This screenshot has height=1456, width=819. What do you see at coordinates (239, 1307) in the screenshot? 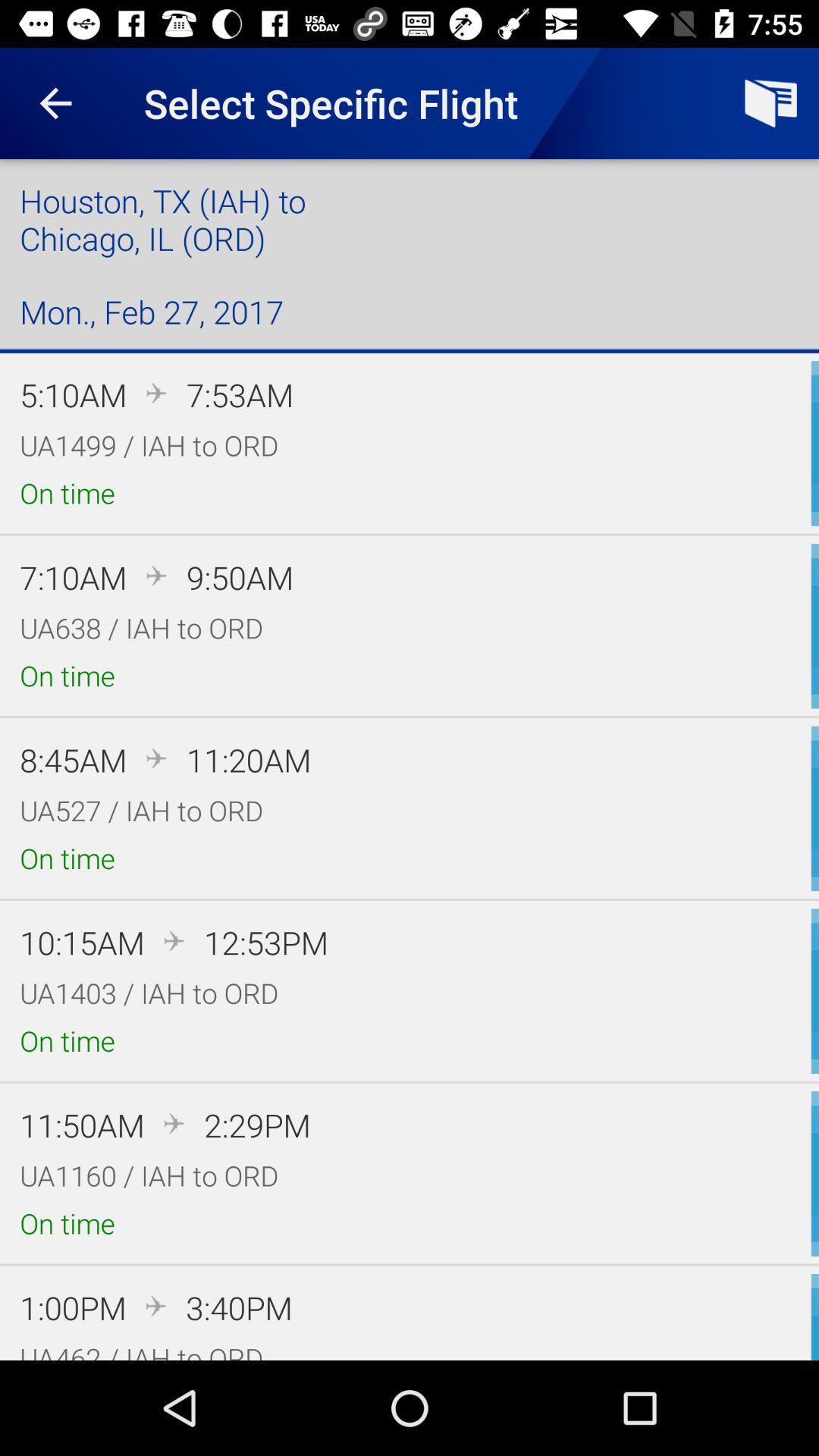
I see `the icon above the ua462 iah to icon` at bounding box center [239, 1307].